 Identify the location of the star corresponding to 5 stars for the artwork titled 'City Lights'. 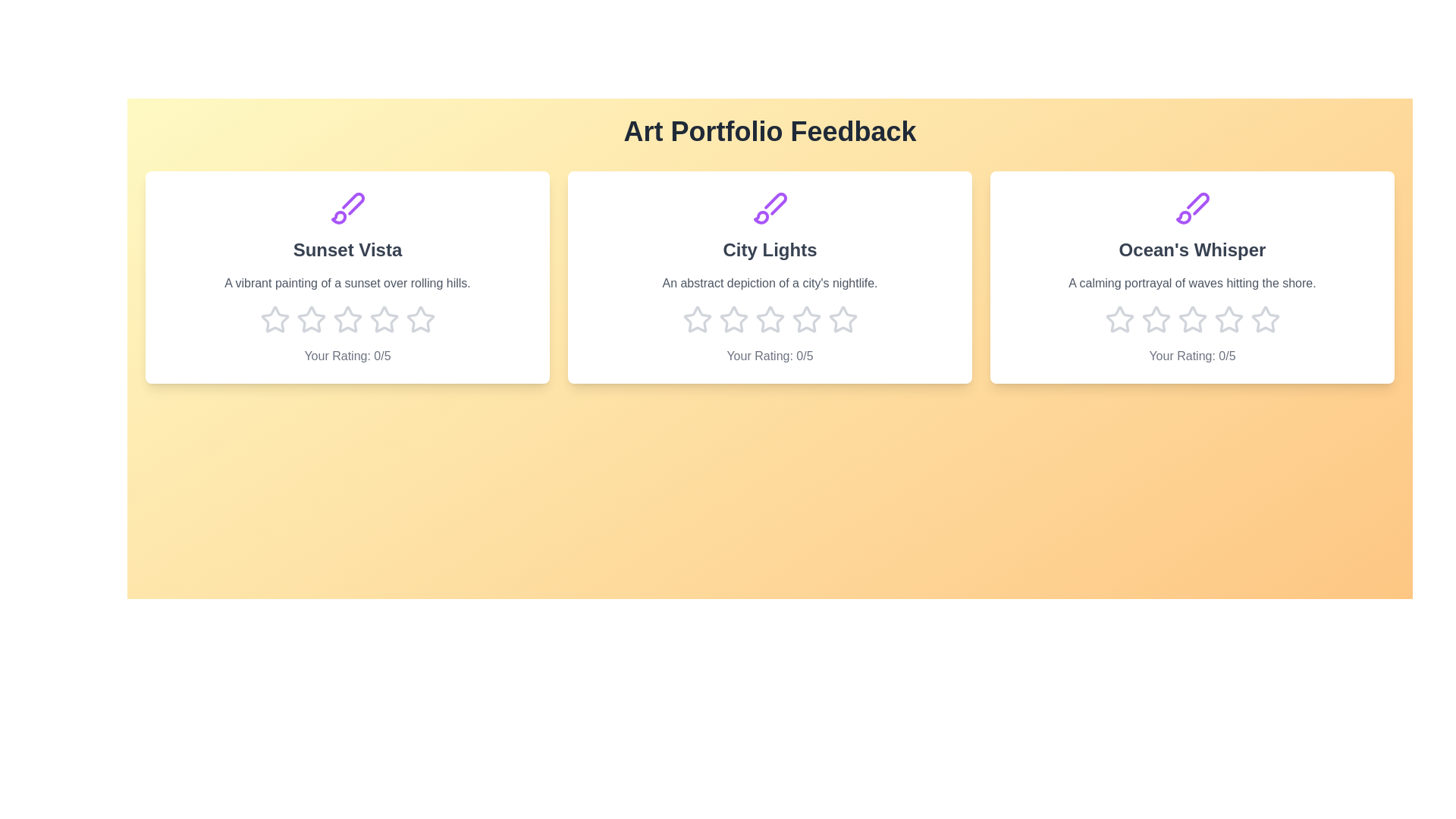
(842, 318).